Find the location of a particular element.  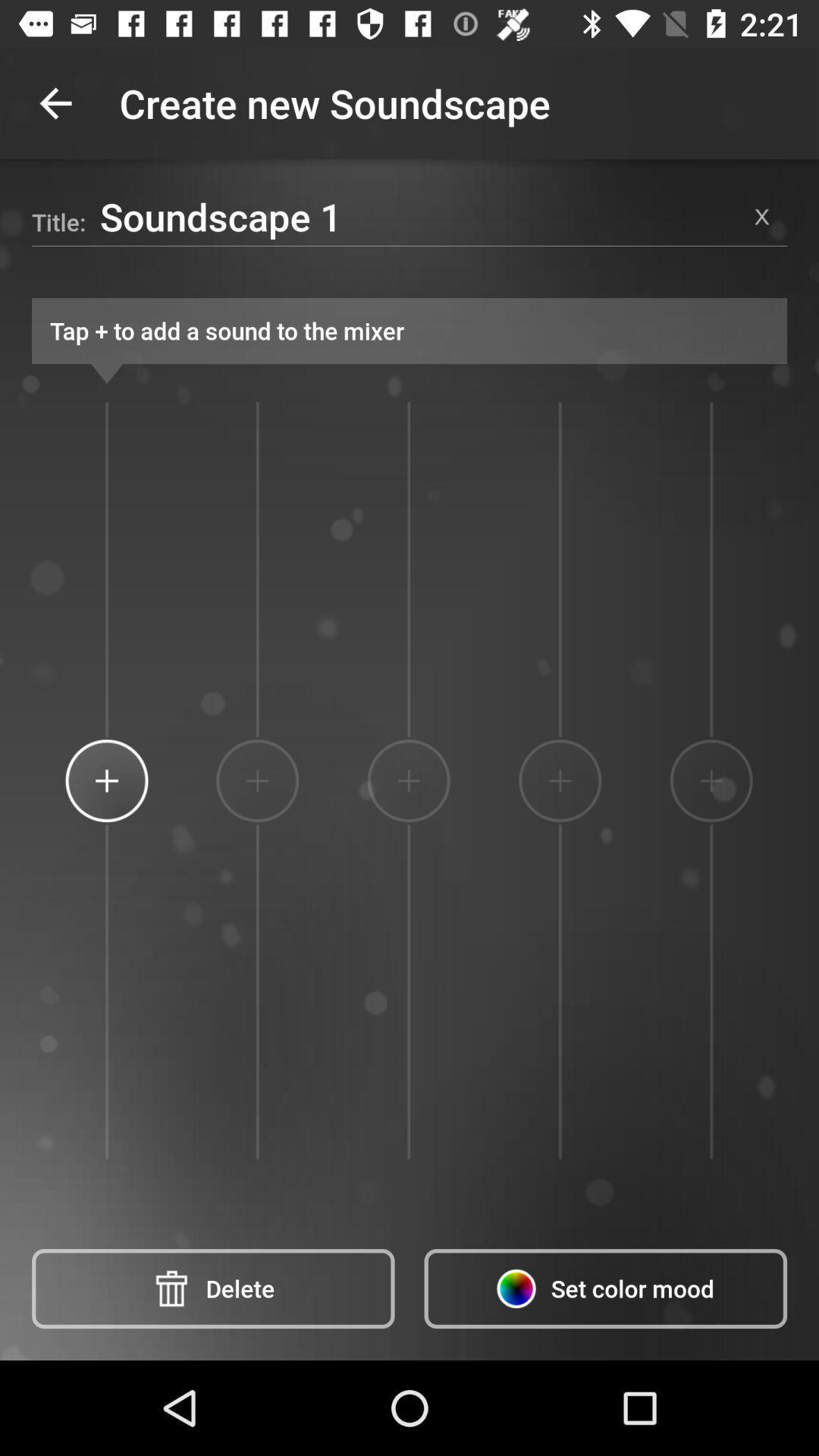

the item at the top right corner is located at coordinates (762, 215).